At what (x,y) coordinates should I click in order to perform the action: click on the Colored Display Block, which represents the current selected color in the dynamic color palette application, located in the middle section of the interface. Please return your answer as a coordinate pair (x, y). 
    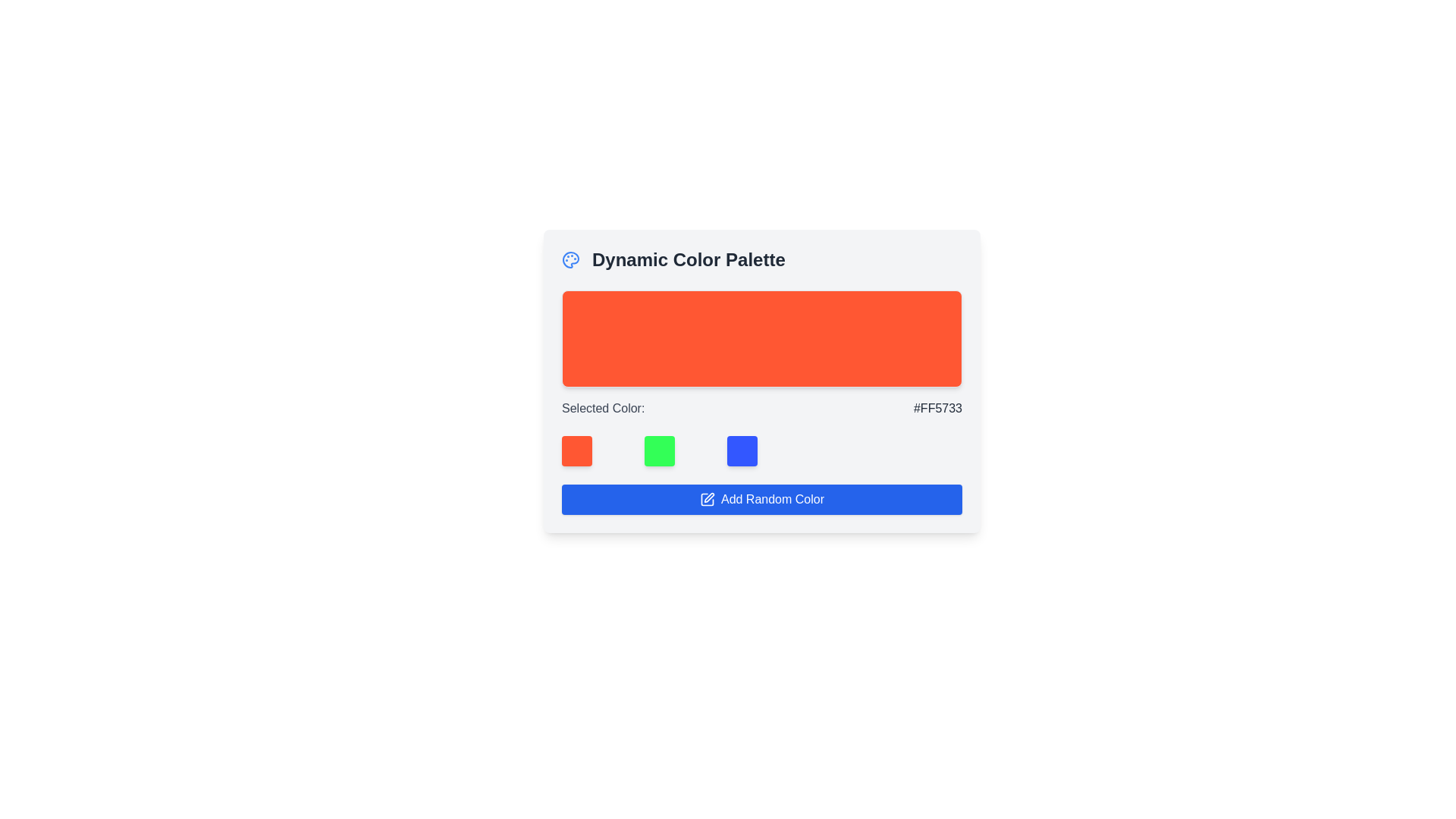
    Looking at the image, I should click on (761, 338).